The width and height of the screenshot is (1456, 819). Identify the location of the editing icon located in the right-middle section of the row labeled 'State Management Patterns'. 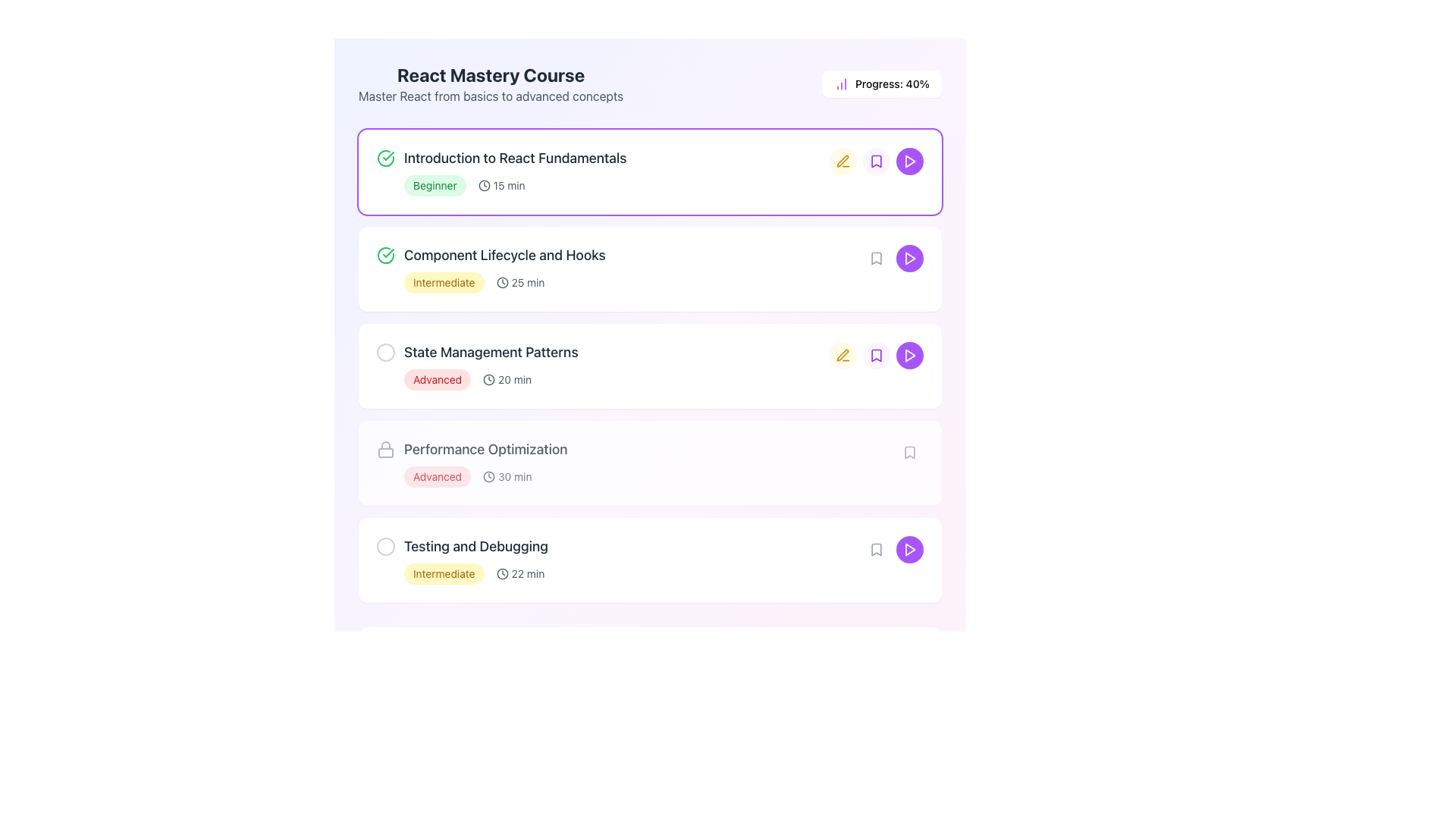
(842, 161).